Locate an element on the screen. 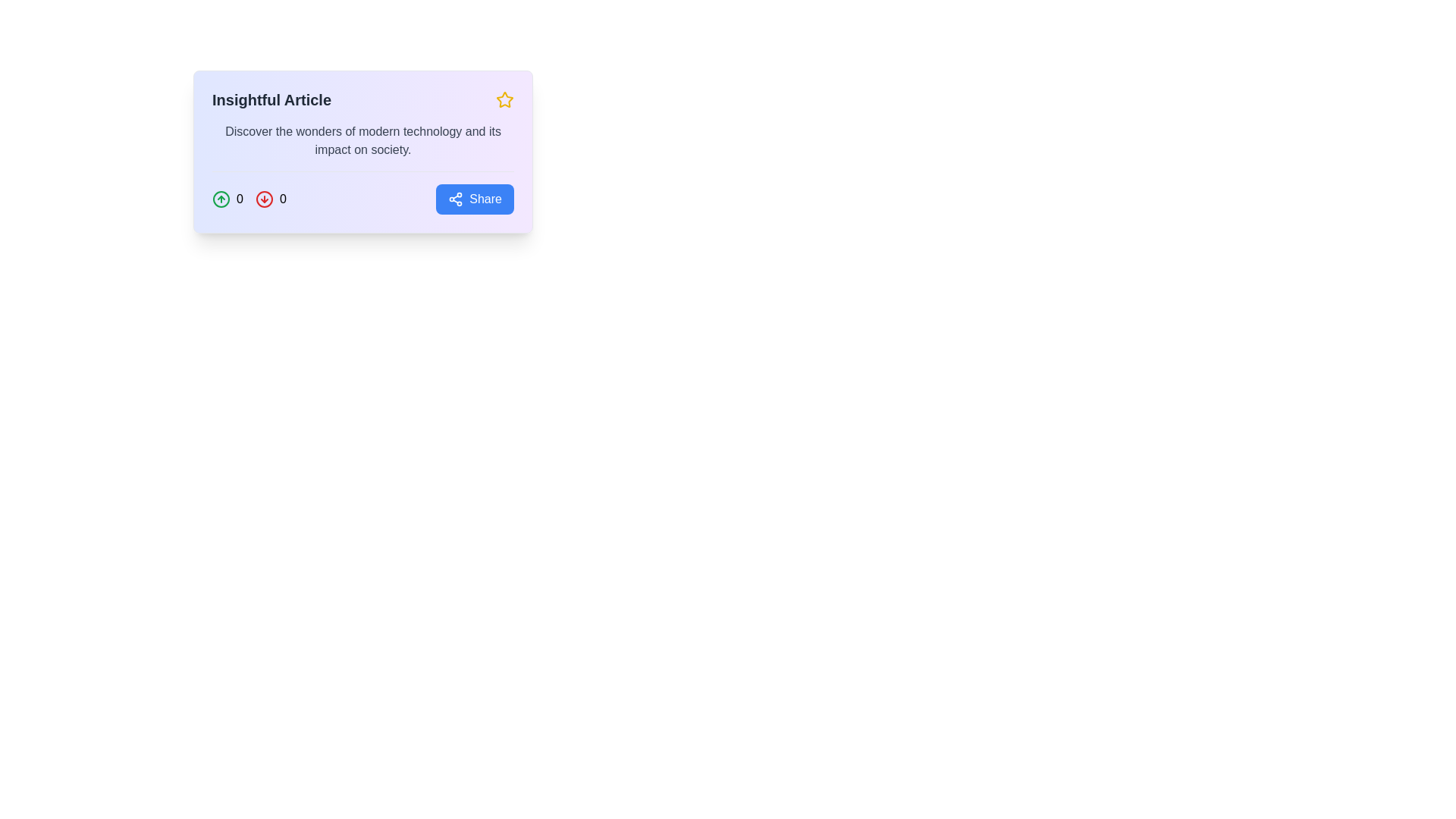  the star icon with a yellow outline is located at coordinates (504, 99).